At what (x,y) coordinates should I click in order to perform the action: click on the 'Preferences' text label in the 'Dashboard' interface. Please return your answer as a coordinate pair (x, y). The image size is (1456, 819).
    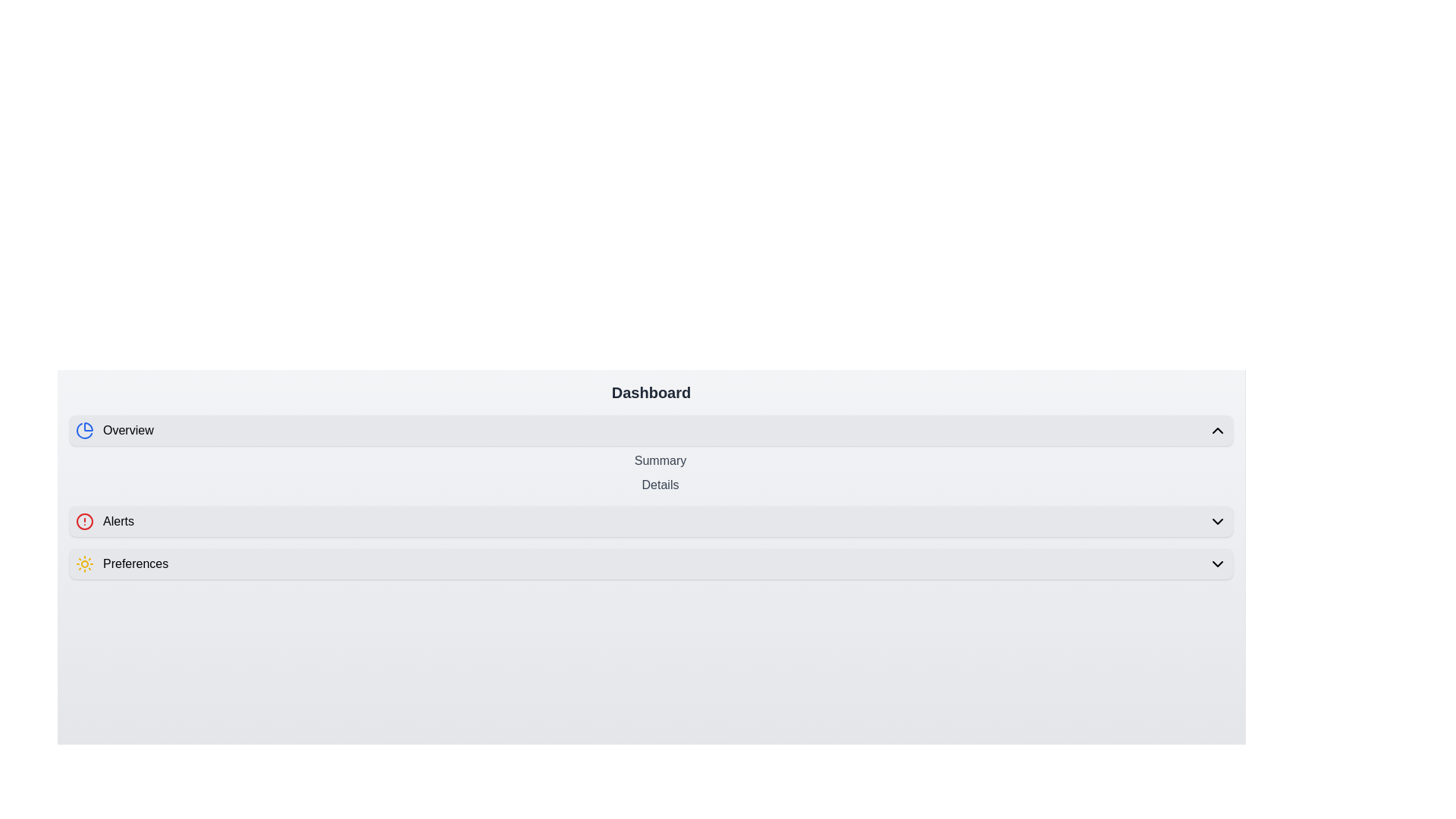
    Looking at the image, I should click on (136, 564).